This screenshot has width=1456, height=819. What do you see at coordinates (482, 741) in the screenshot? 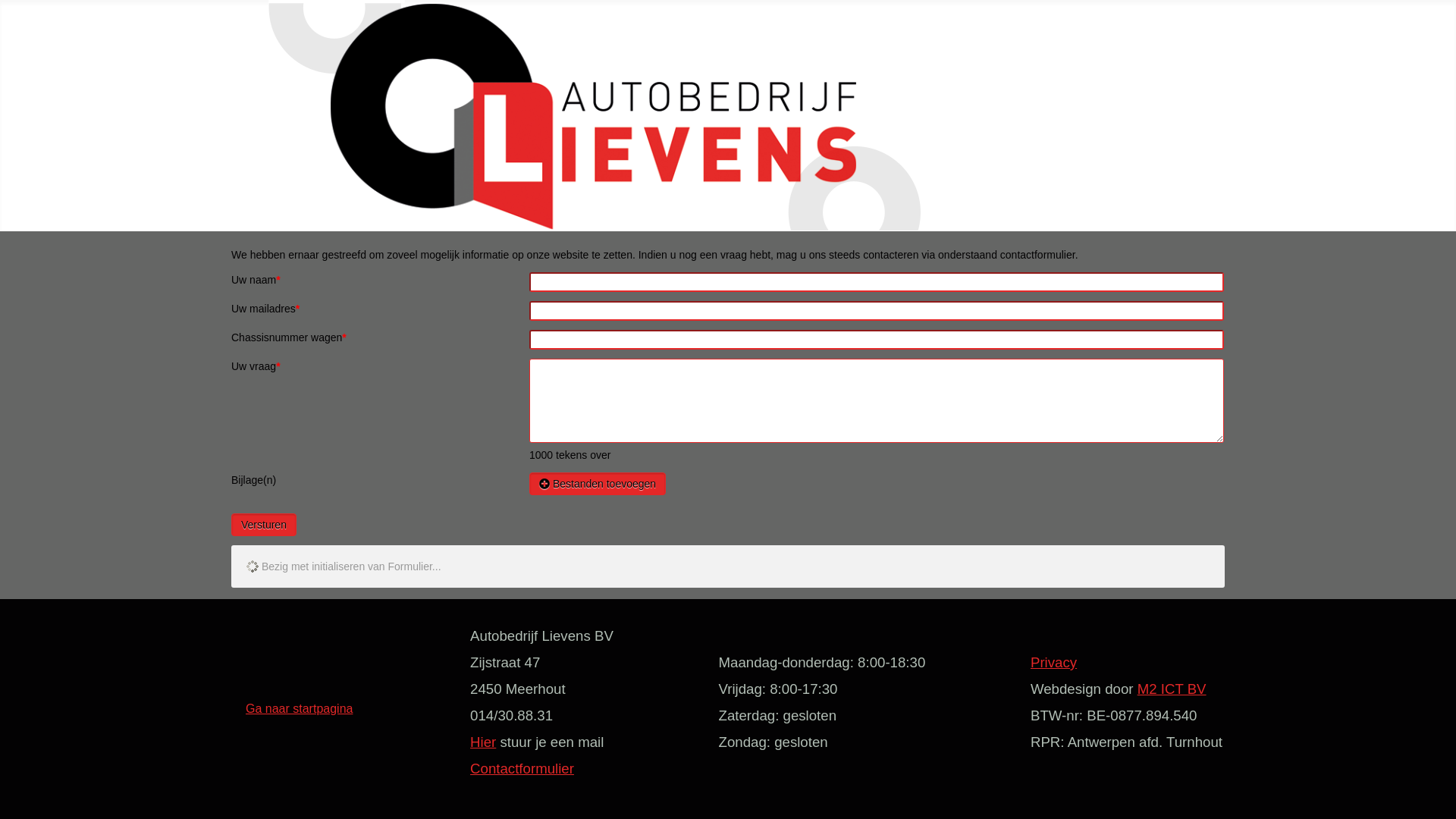
I see `'Hier'` at bounding box center [482, 741].